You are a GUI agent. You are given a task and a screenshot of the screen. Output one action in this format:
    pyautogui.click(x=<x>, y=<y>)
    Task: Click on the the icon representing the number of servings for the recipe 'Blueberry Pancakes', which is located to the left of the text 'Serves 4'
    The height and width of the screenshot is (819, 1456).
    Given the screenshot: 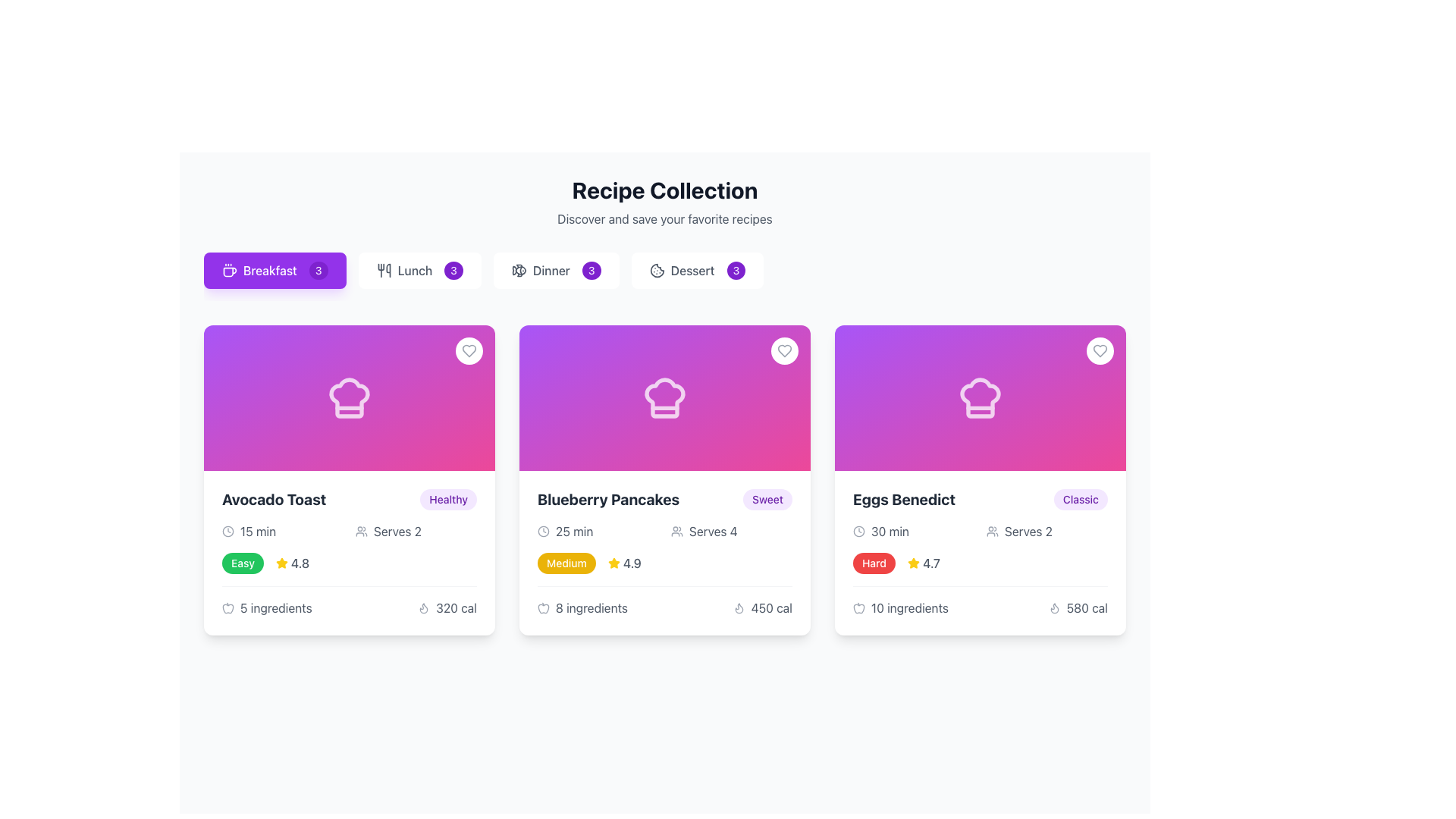 What is the action you would take?
    pyautogui.click(x=676, y=531)
    